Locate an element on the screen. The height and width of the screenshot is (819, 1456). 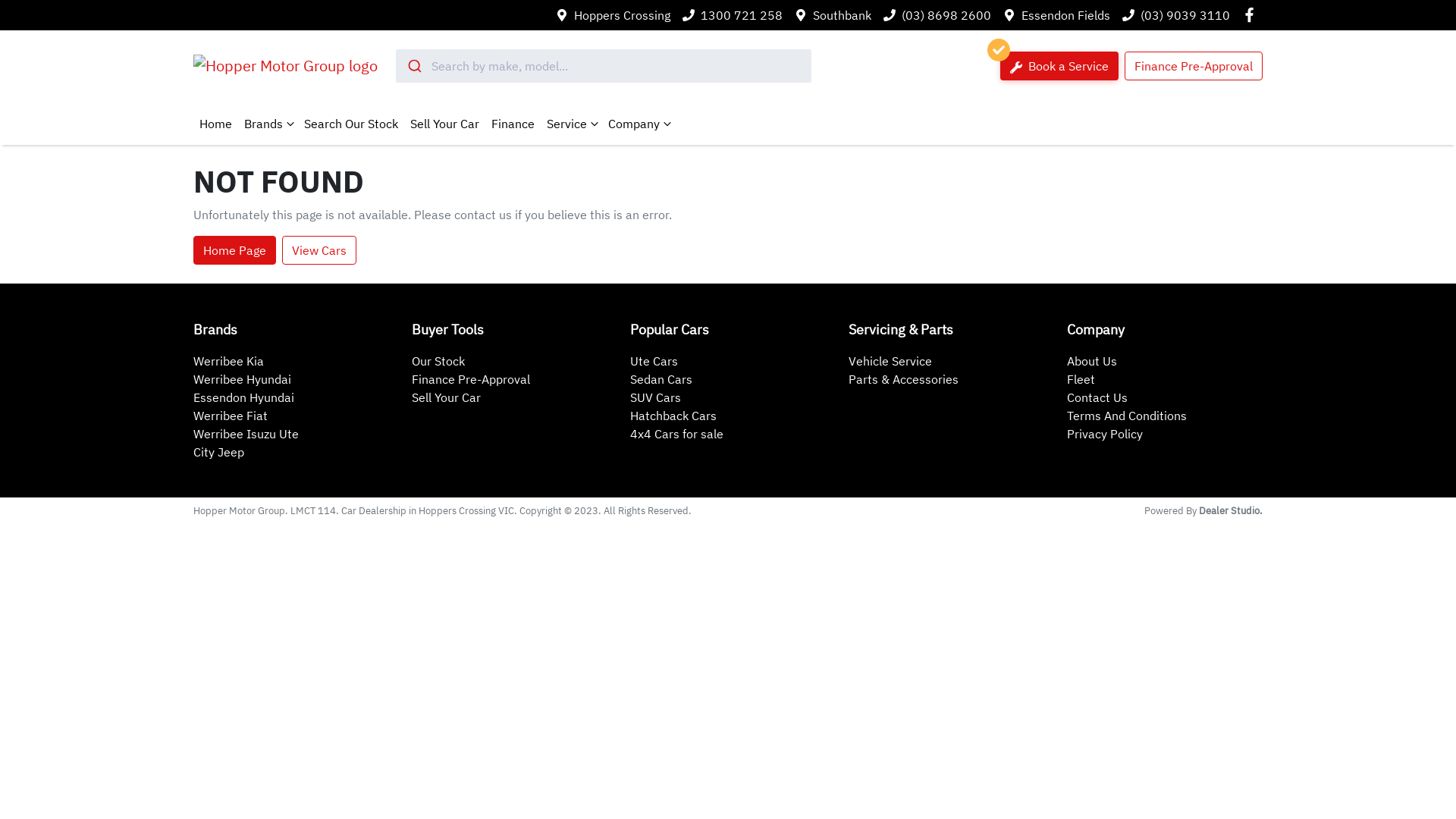
'Parts & Accessories' is located at coordinates (903, 378).